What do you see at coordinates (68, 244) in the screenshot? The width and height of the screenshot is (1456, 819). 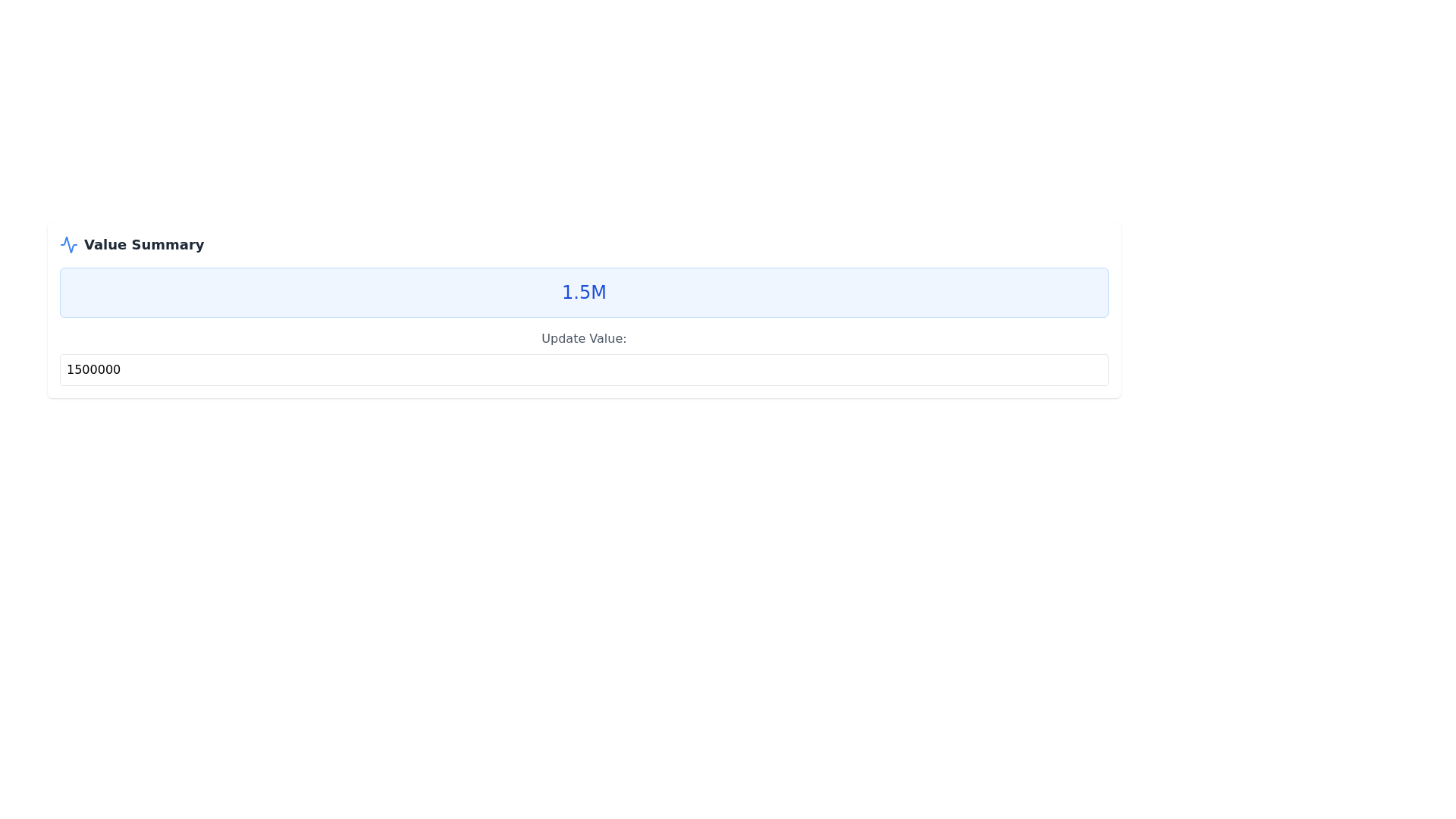 I see `the small blue icon resembling an activity chart or heartbeat waveform located to the left of the bold text label 'Value Summary'` at bounding box center [68, 244].